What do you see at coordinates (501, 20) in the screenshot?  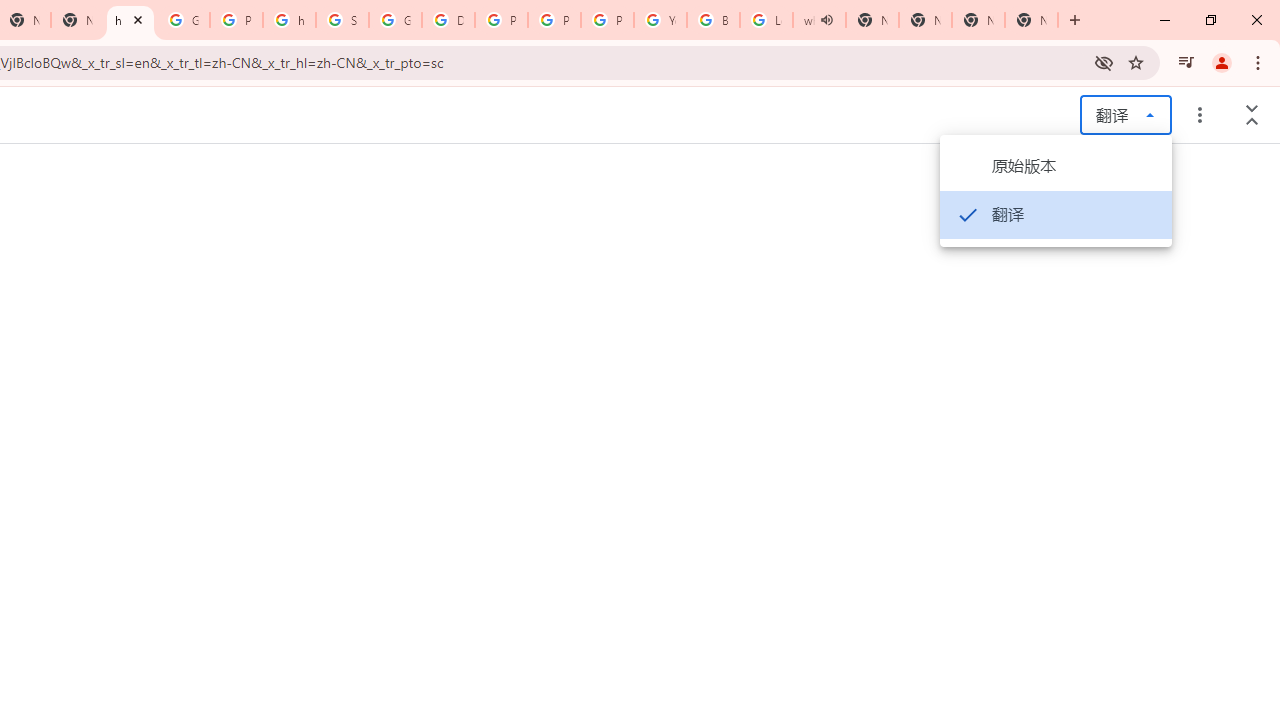 I see `'Privacy Help Center - Policies Help'` at bounding box center [501, 20].